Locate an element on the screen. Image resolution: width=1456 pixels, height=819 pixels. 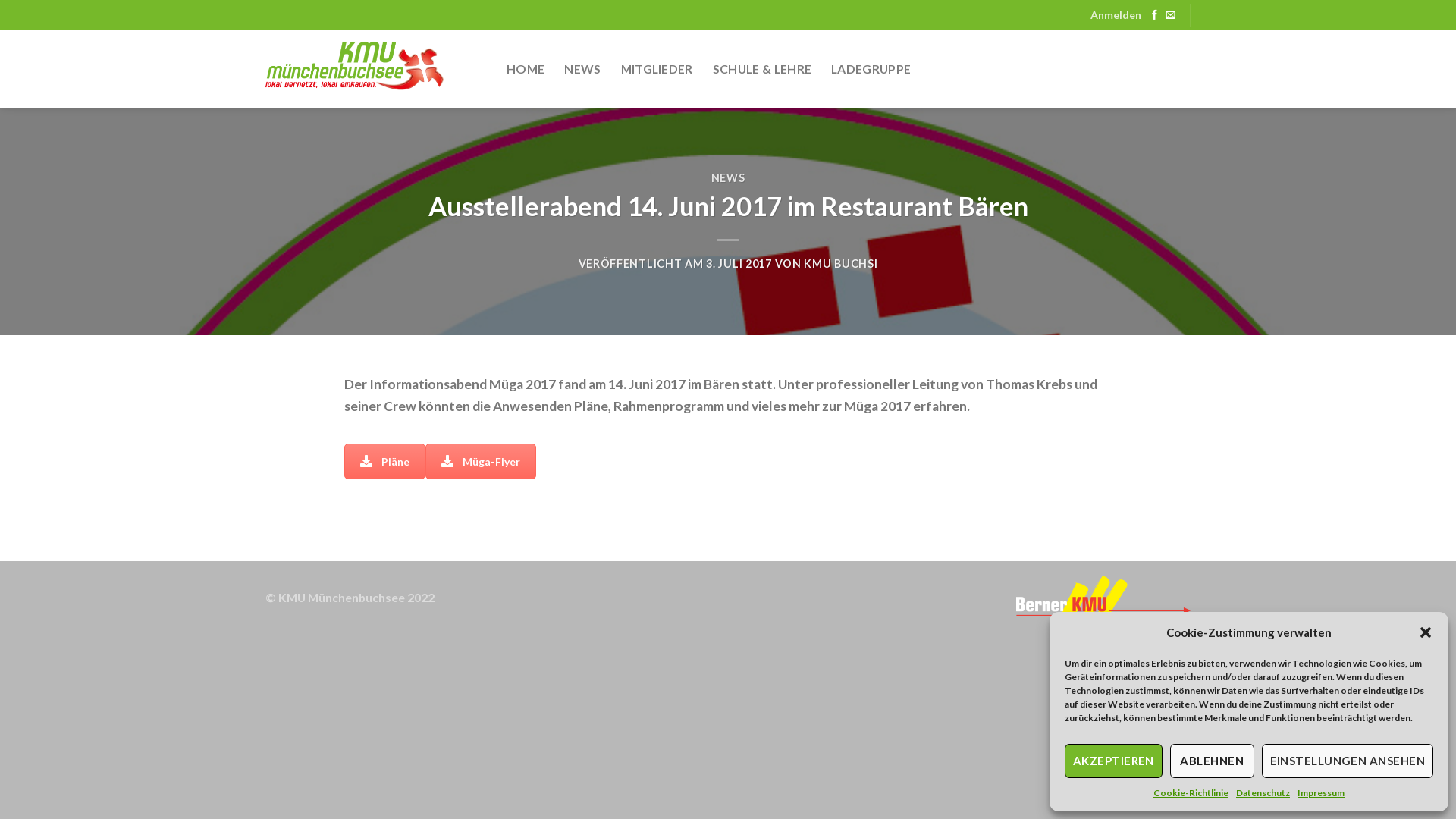
'Datenschutz' is located at coordinates (1263, 792).